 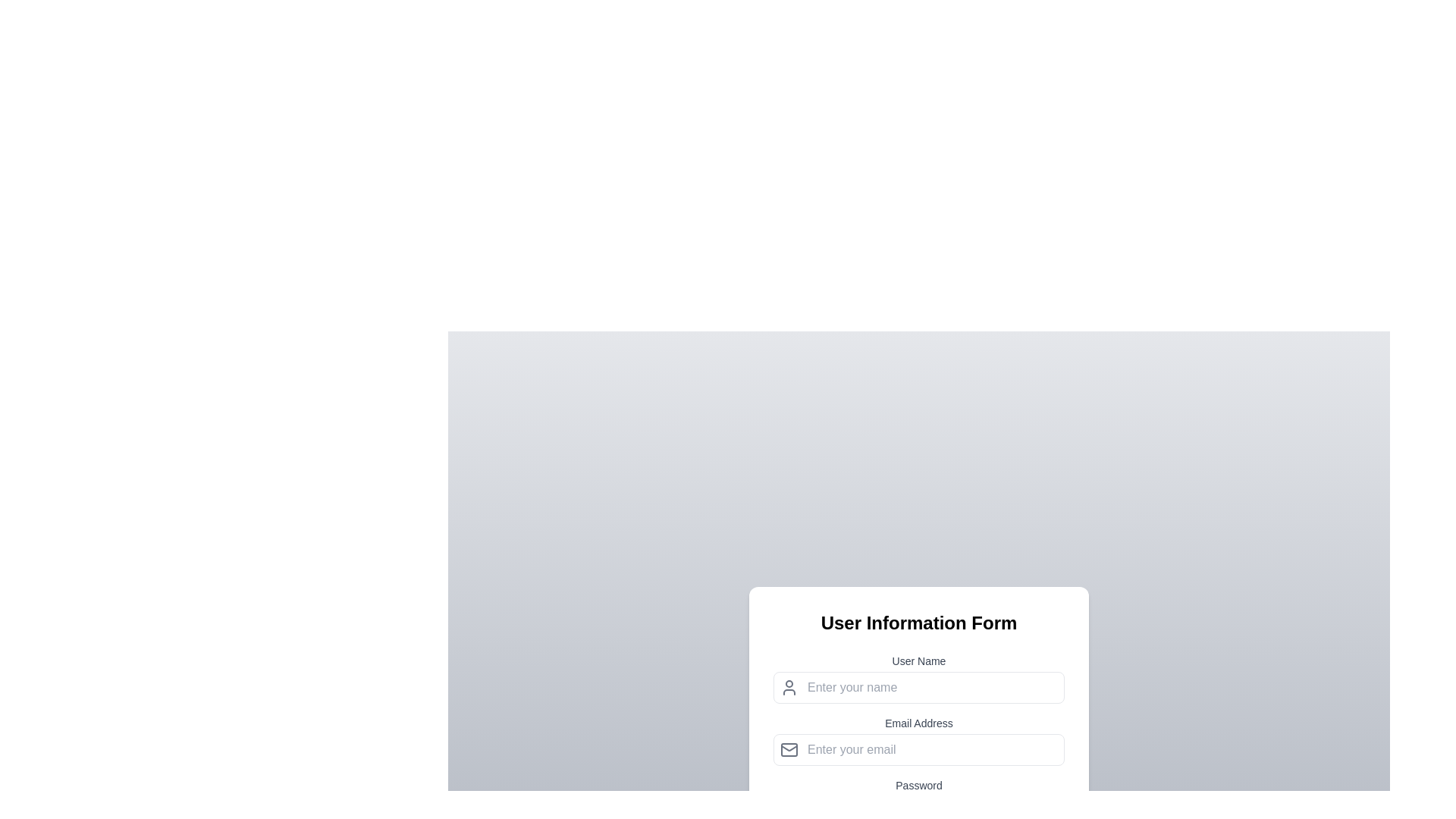 What do you see at coordinates (918, 623) in the screenshot?
I see `the centered heading titled 'User Information Form', which is styled in a larger bold font and located within a white card above the user input fields` at bounding box center [918, 623].